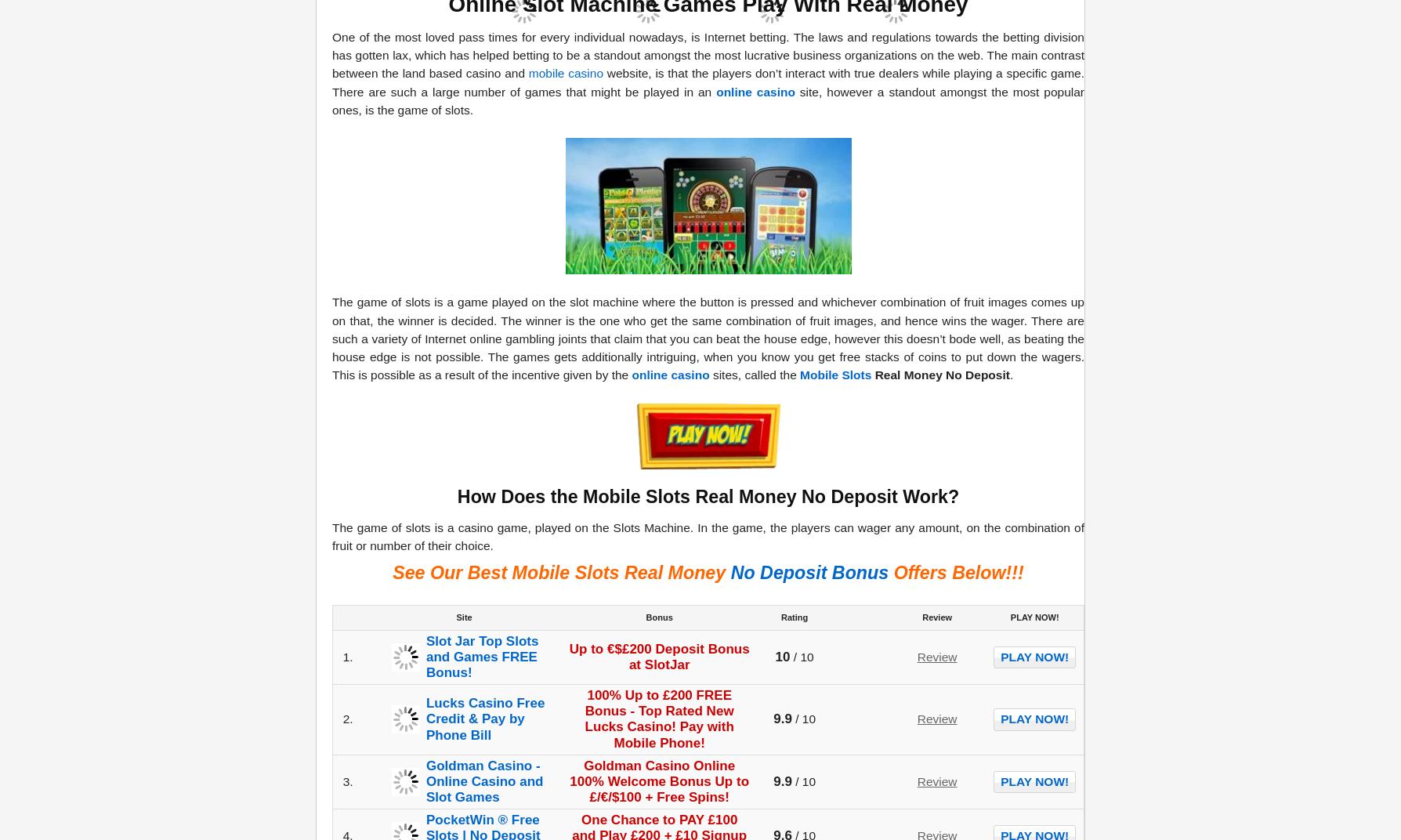 The image size is (1401, 840). Describe the element at coordinates (708, 100) in the screenshot. I see `'site, however a standout amongst the most popular ones, is the game of slots.'` at that location.